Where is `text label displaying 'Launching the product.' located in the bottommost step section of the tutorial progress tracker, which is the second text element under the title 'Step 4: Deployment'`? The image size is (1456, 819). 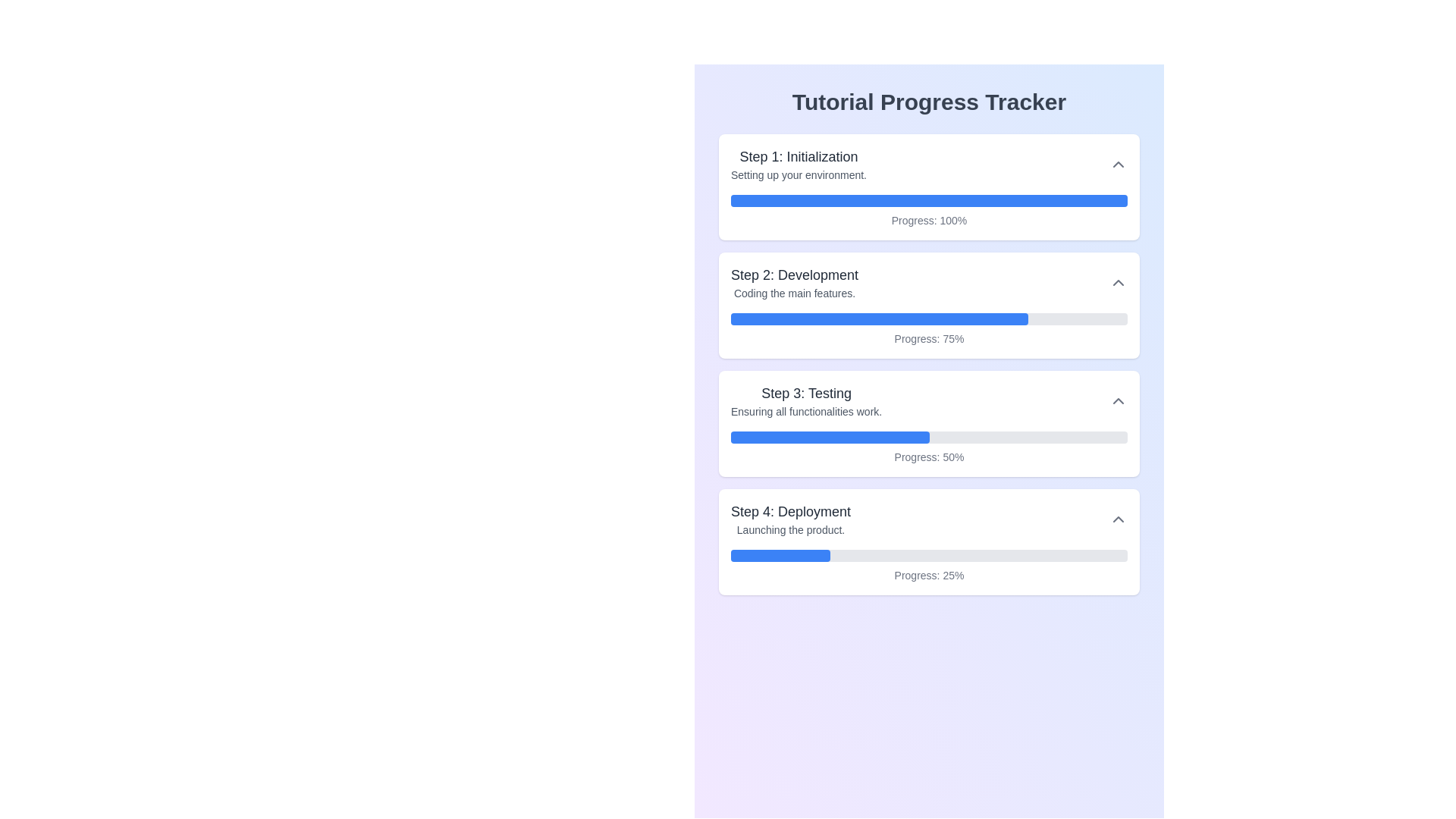 text label displaying 'Launching the product.' located in the bottommost step section of the tutorial progress tracker, which is the second text element under the title 'Step 4: Deployment' is located at coordinates (790, 529).